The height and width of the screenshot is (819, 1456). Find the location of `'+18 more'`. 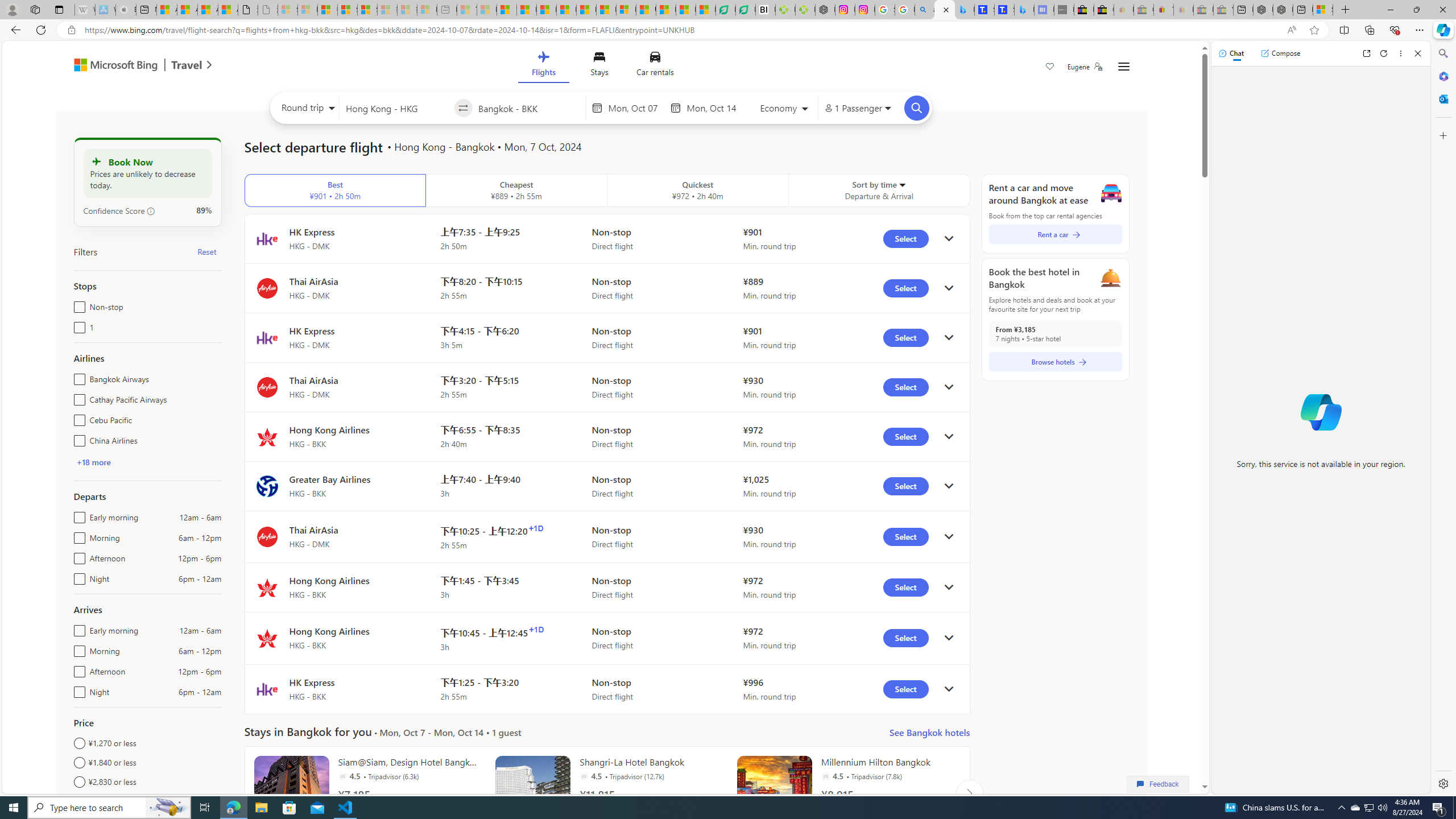

'+18 more' is located at coordinates (93, 461).